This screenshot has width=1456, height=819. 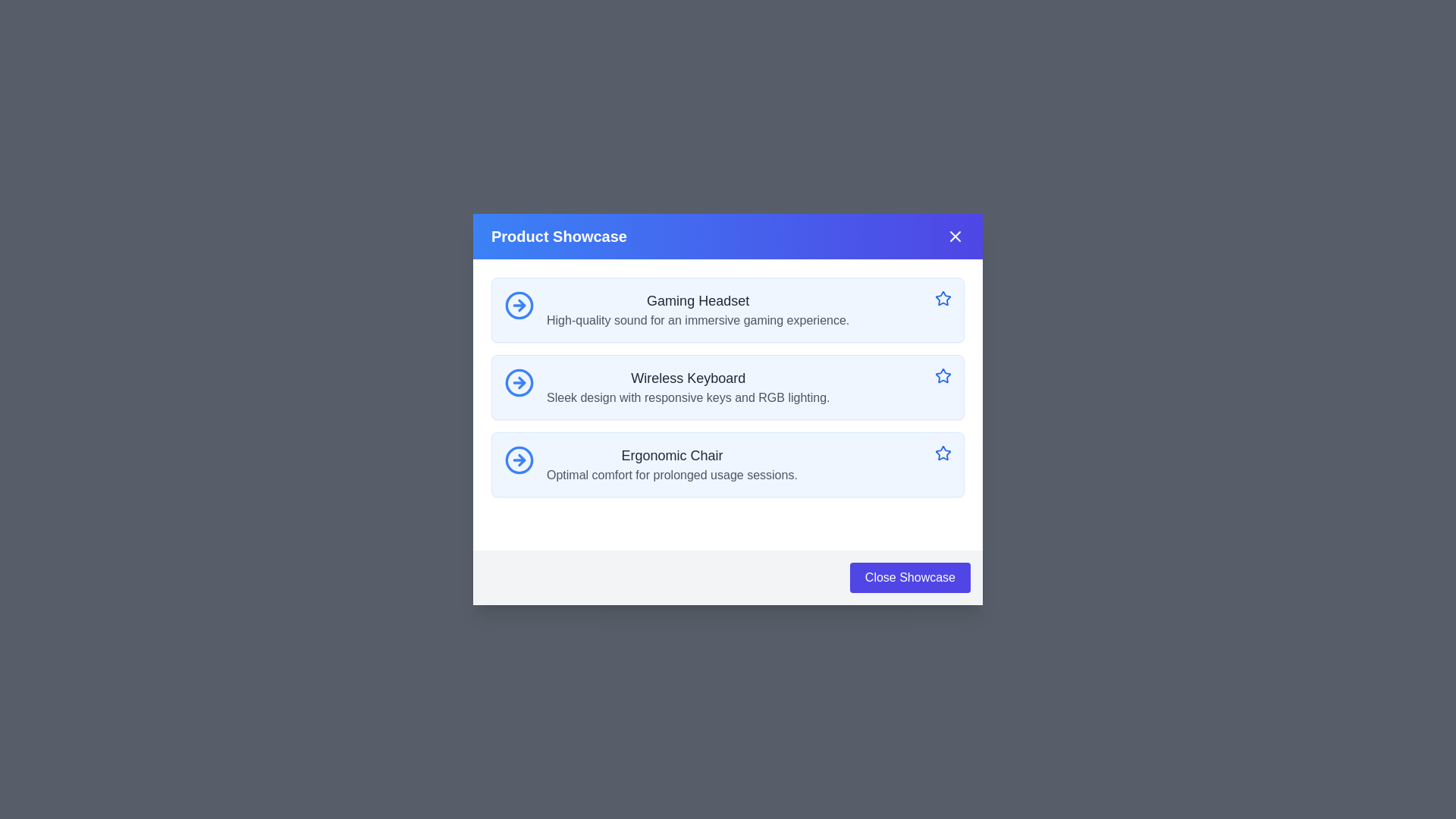 I want to click on the Text information display for the product titled 'Wireless Keyboard', which is the second item in a vertical list within a modal, centrally positioned, so click(x=687, y=386).